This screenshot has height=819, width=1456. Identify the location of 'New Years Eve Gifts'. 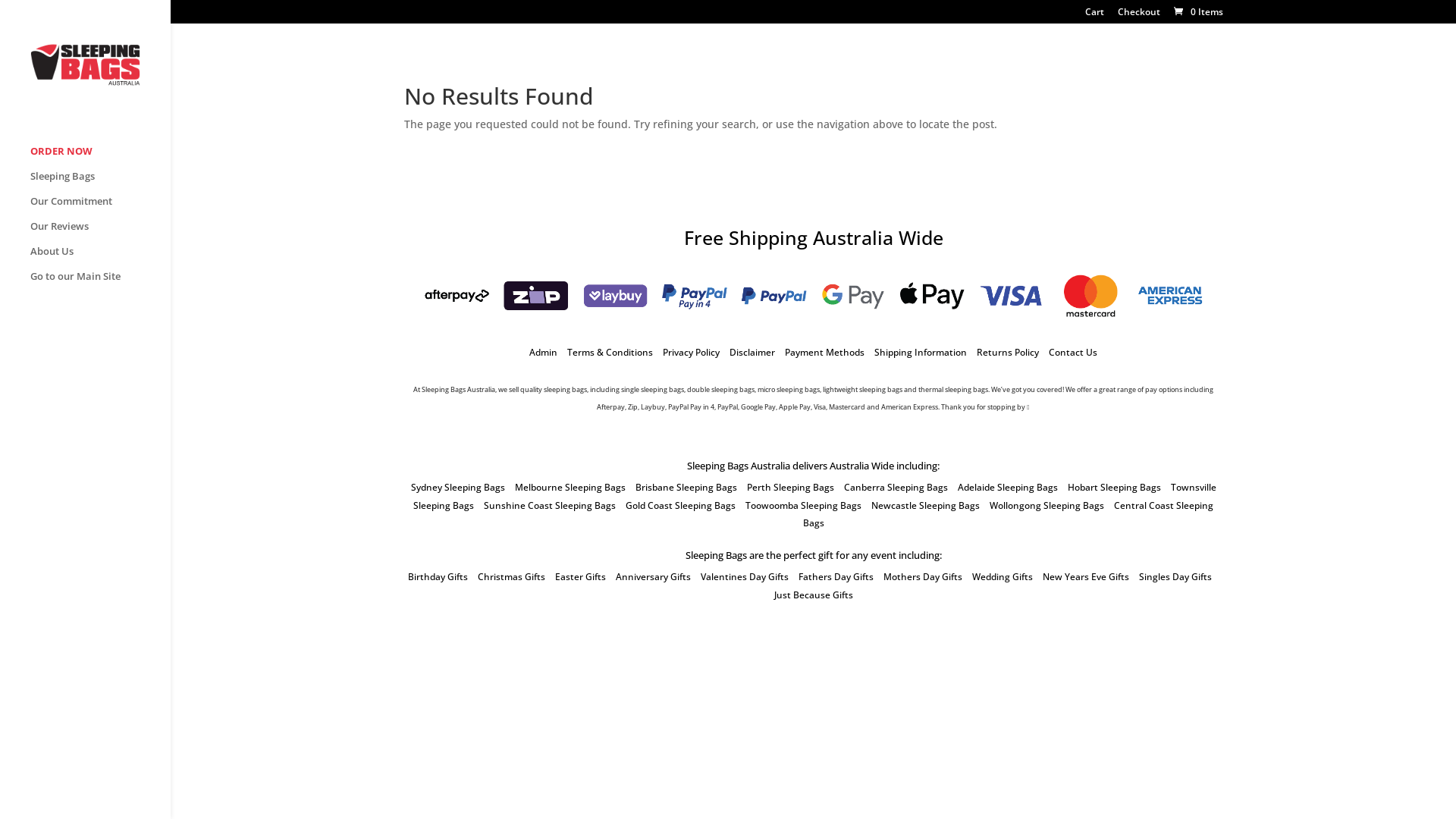
(1084, 576).